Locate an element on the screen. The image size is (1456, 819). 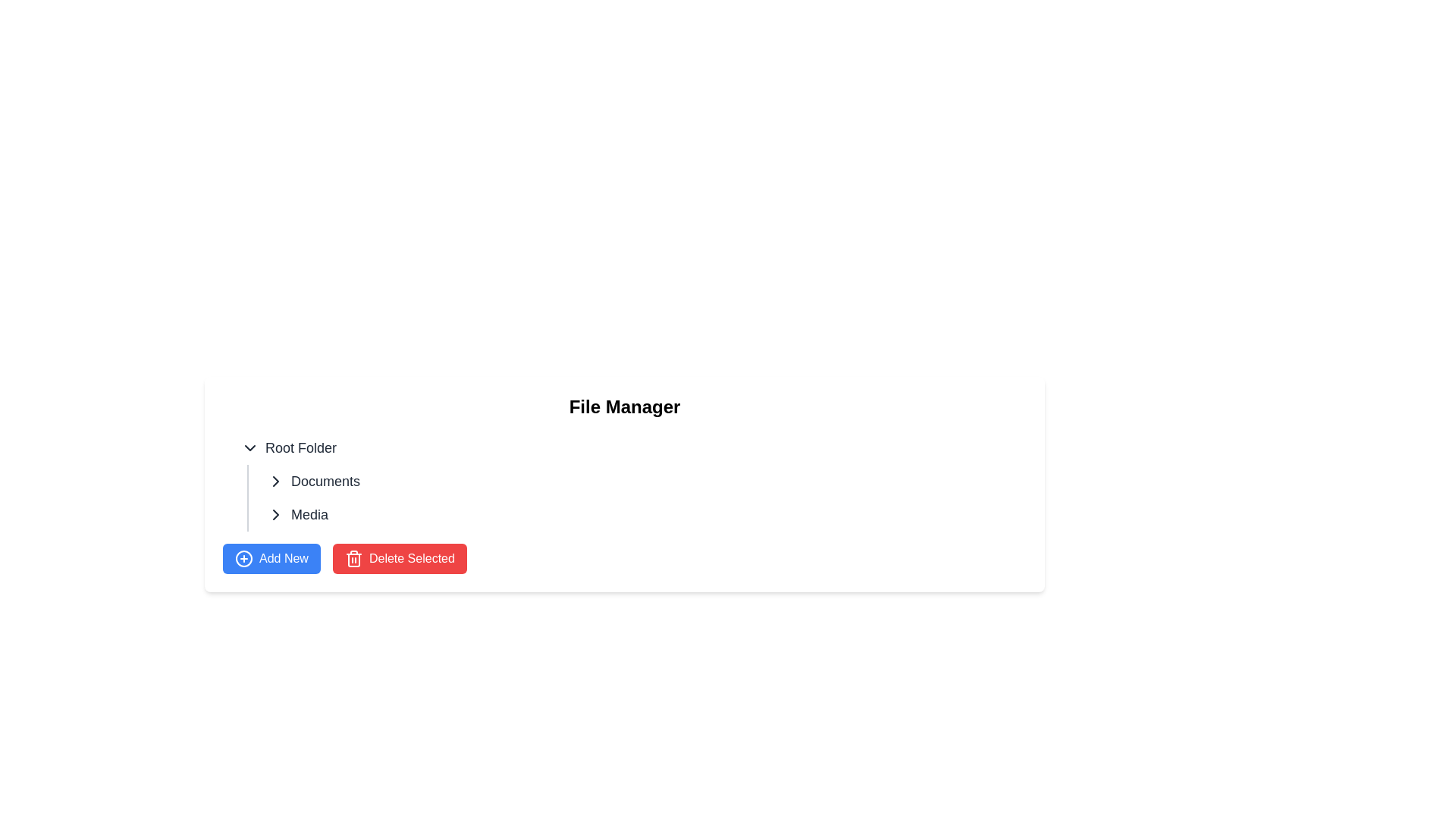
the circular icon with a plus symbol inside the 'Add New' button is located at coordinates (243, 558).